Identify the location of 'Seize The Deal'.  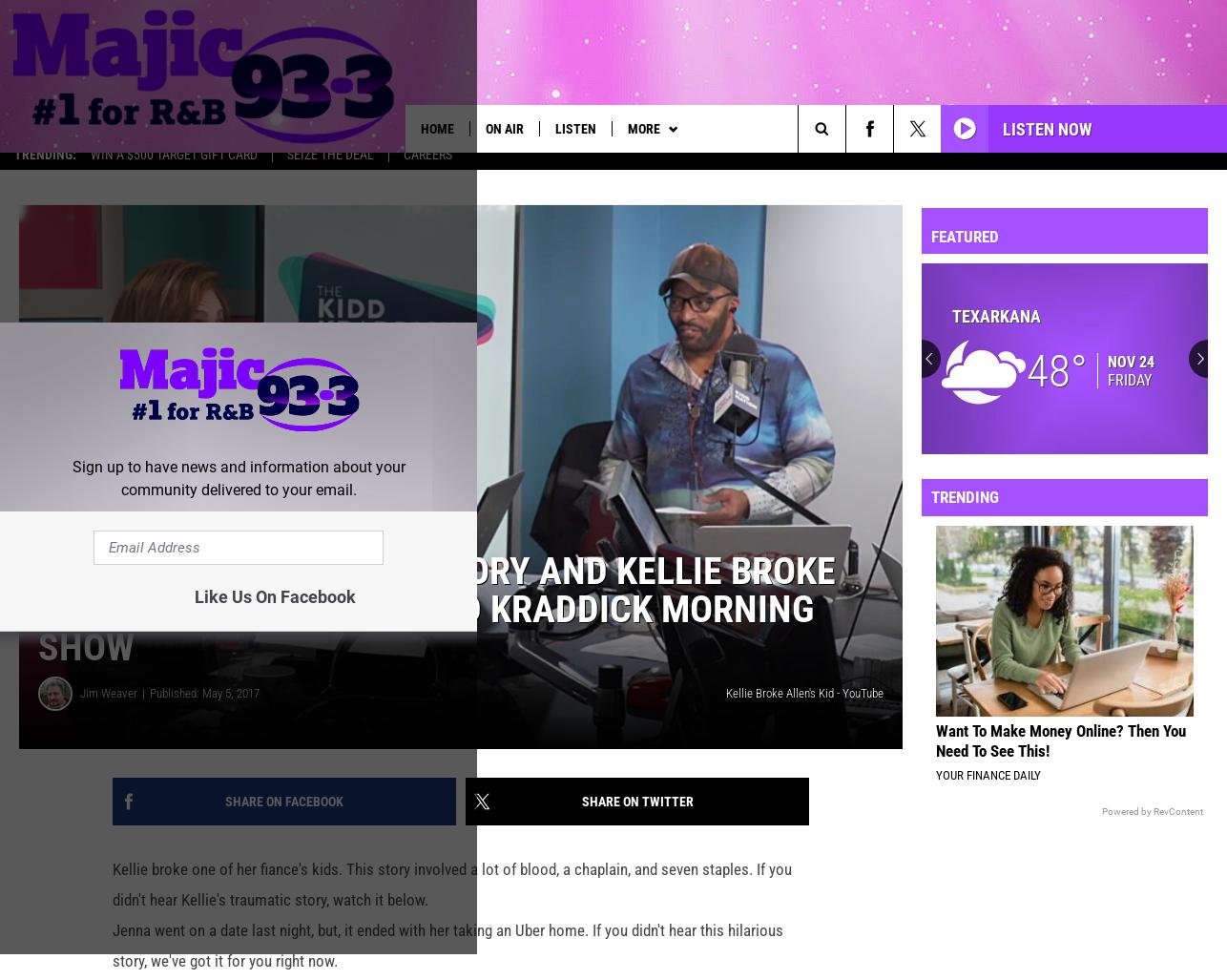
(329, 167).